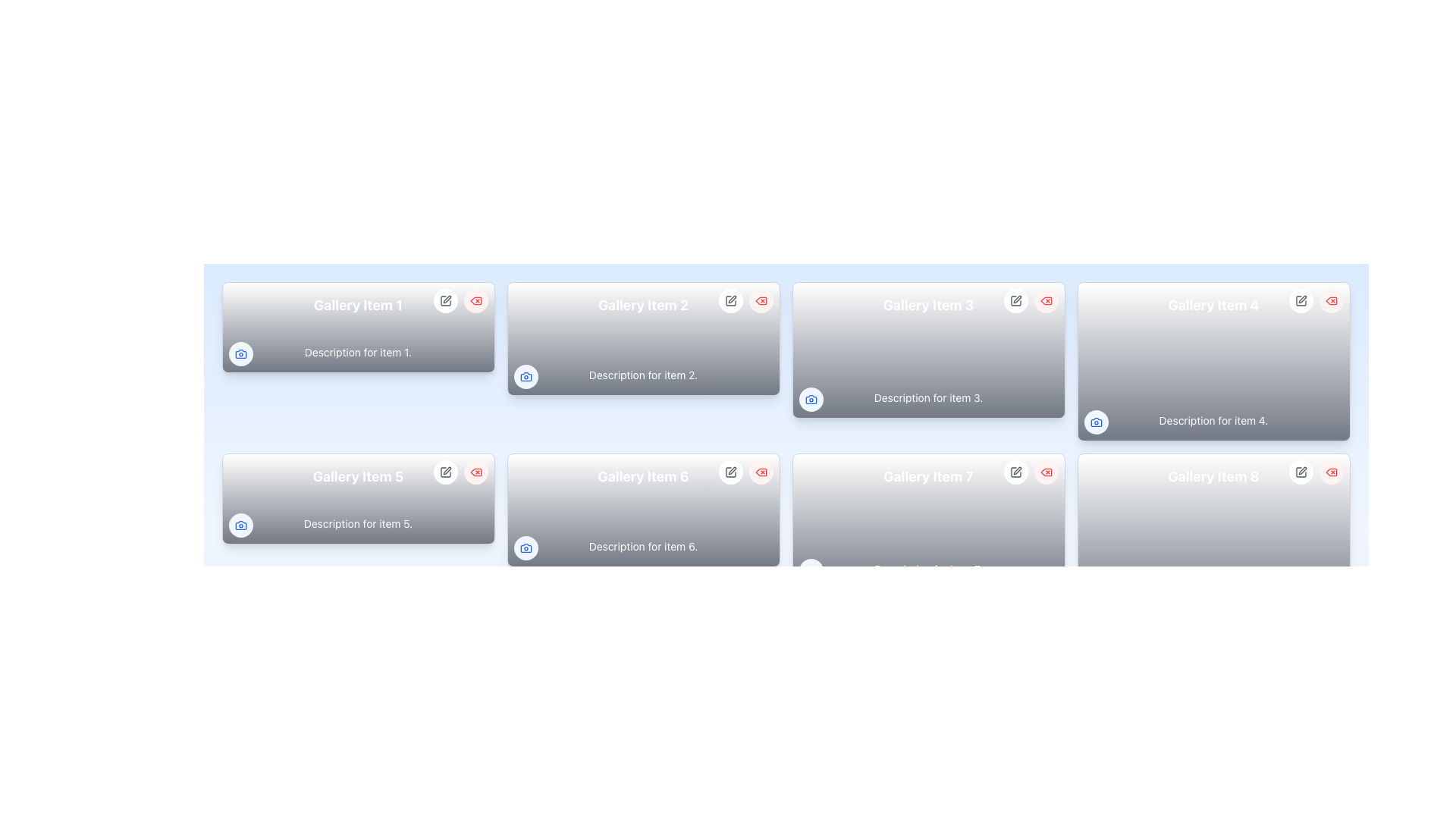 The width and height of the screenshot is (1456, 819). I want to click on the circular button with a white background and gray border featuring a pen icon, located in the upper-right corner of the card labeled 'Gallery Item 7', so click(1015, 472).